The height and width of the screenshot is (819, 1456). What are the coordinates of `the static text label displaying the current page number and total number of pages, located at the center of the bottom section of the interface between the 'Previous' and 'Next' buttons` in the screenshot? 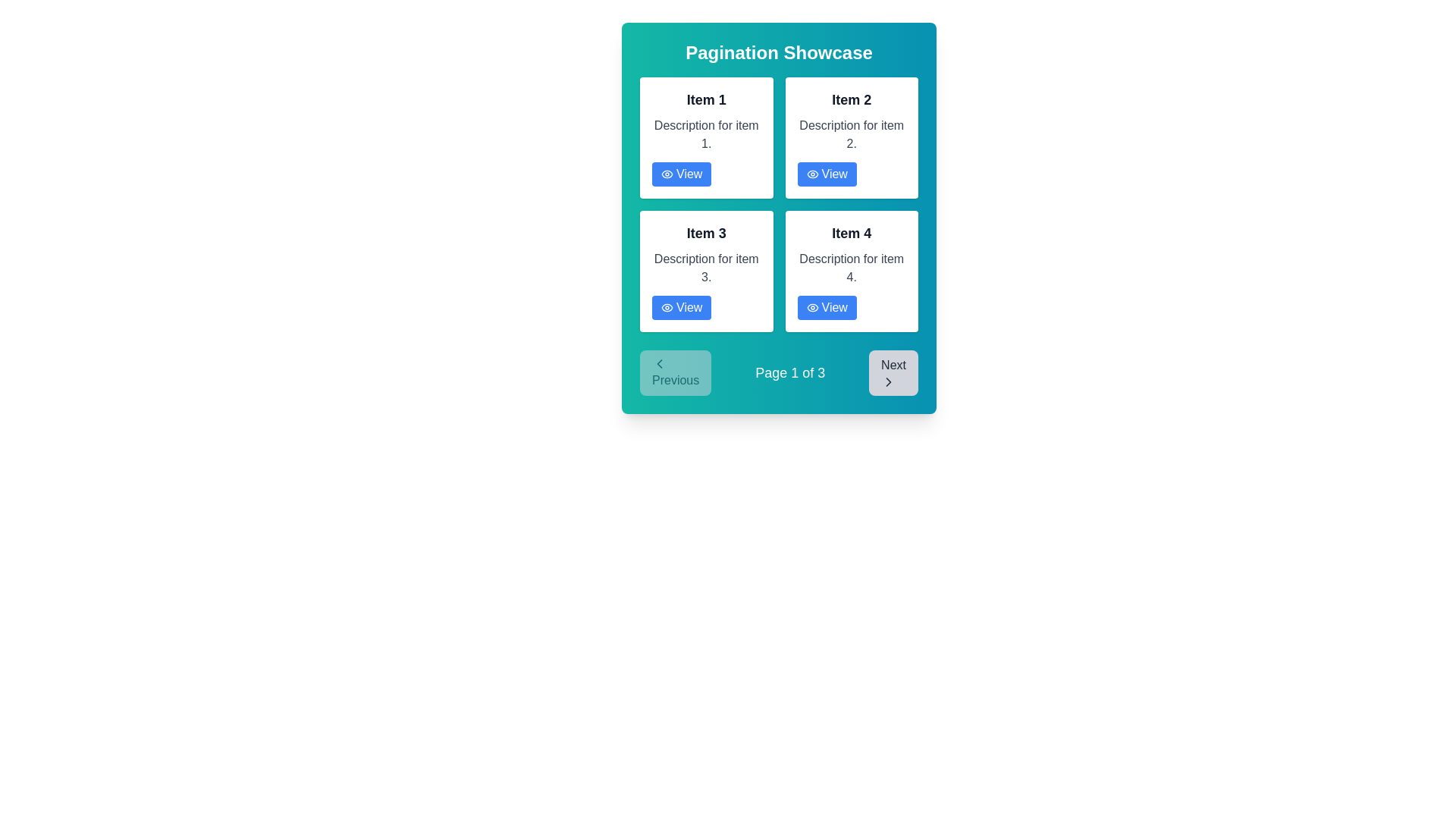 It's located at (789, 373).